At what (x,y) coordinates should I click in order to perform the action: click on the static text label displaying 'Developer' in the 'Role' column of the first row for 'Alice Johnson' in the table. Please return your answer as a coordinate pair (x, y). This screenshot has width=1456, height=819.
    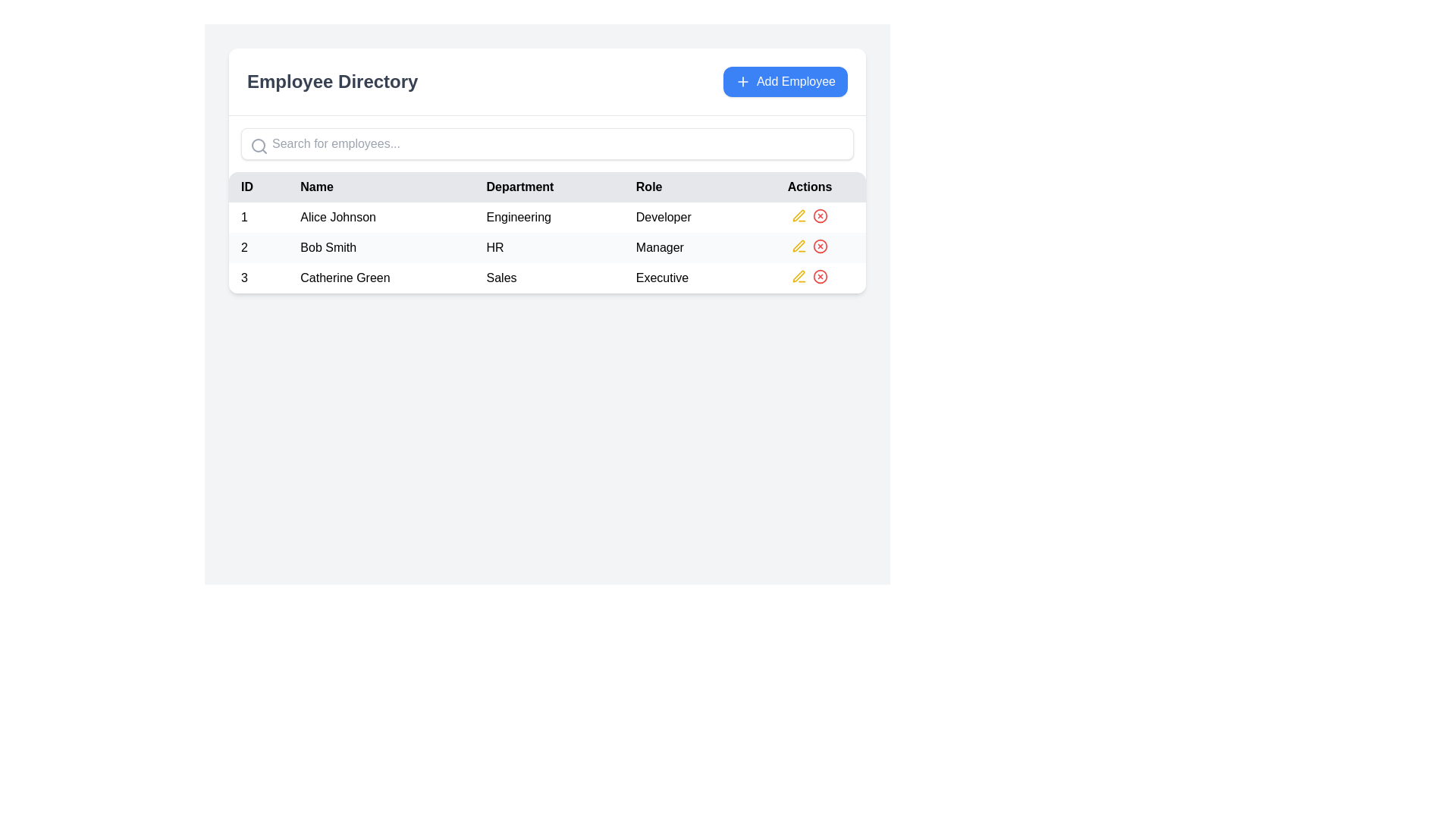
    Looking at the image, I should click on (688, 217).